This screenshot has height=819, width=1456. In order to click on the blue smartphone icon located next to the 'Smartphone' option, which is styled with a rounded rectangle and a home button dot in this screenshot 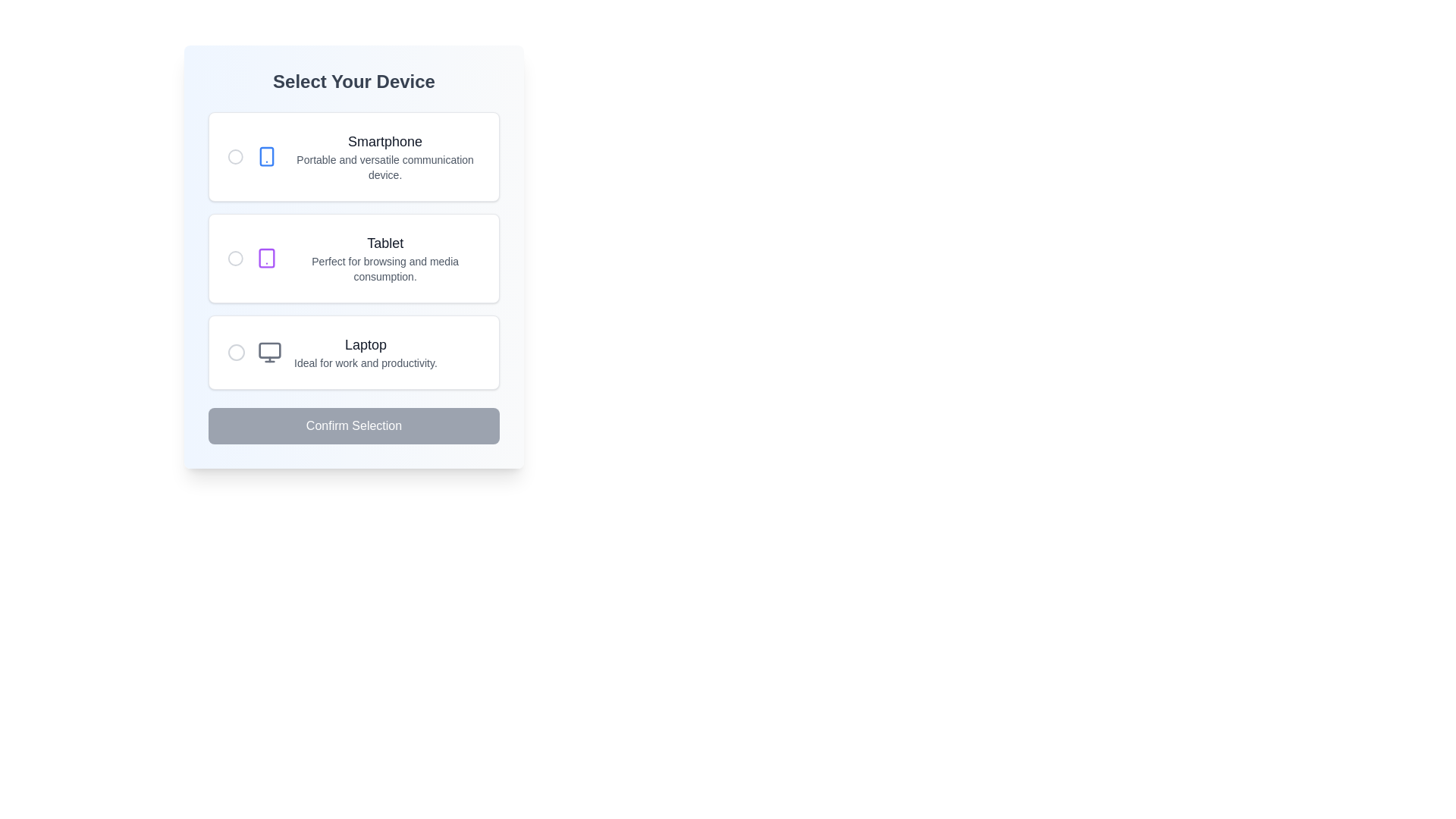, I will do `click(266, 157)`.